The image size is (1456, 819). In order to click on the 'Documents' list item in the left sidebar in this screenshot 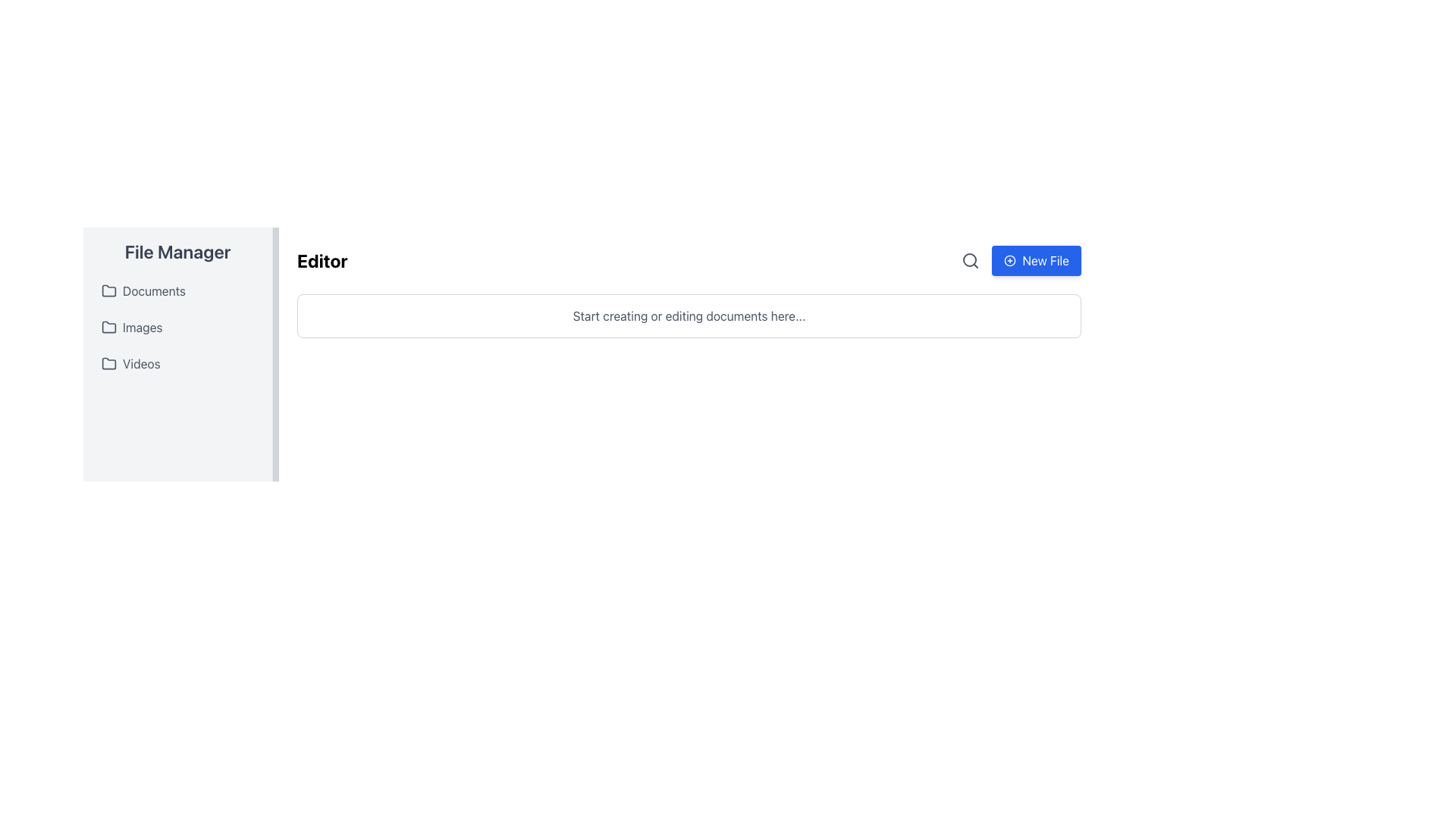, I will do `click(177, 291)`.